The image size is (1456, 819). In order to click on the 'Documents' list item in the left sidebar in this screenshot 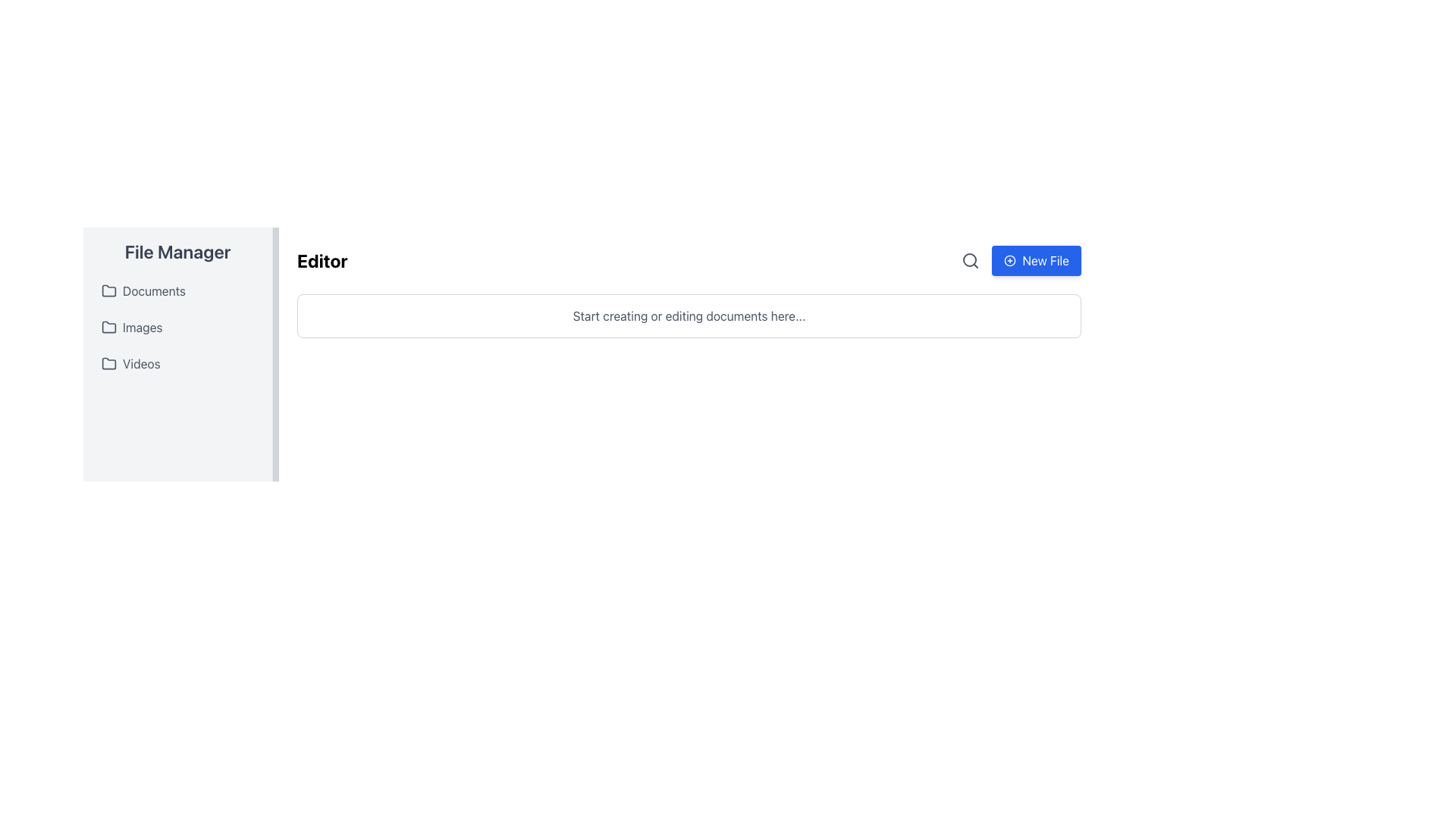, I will do `click(177, 291)`.